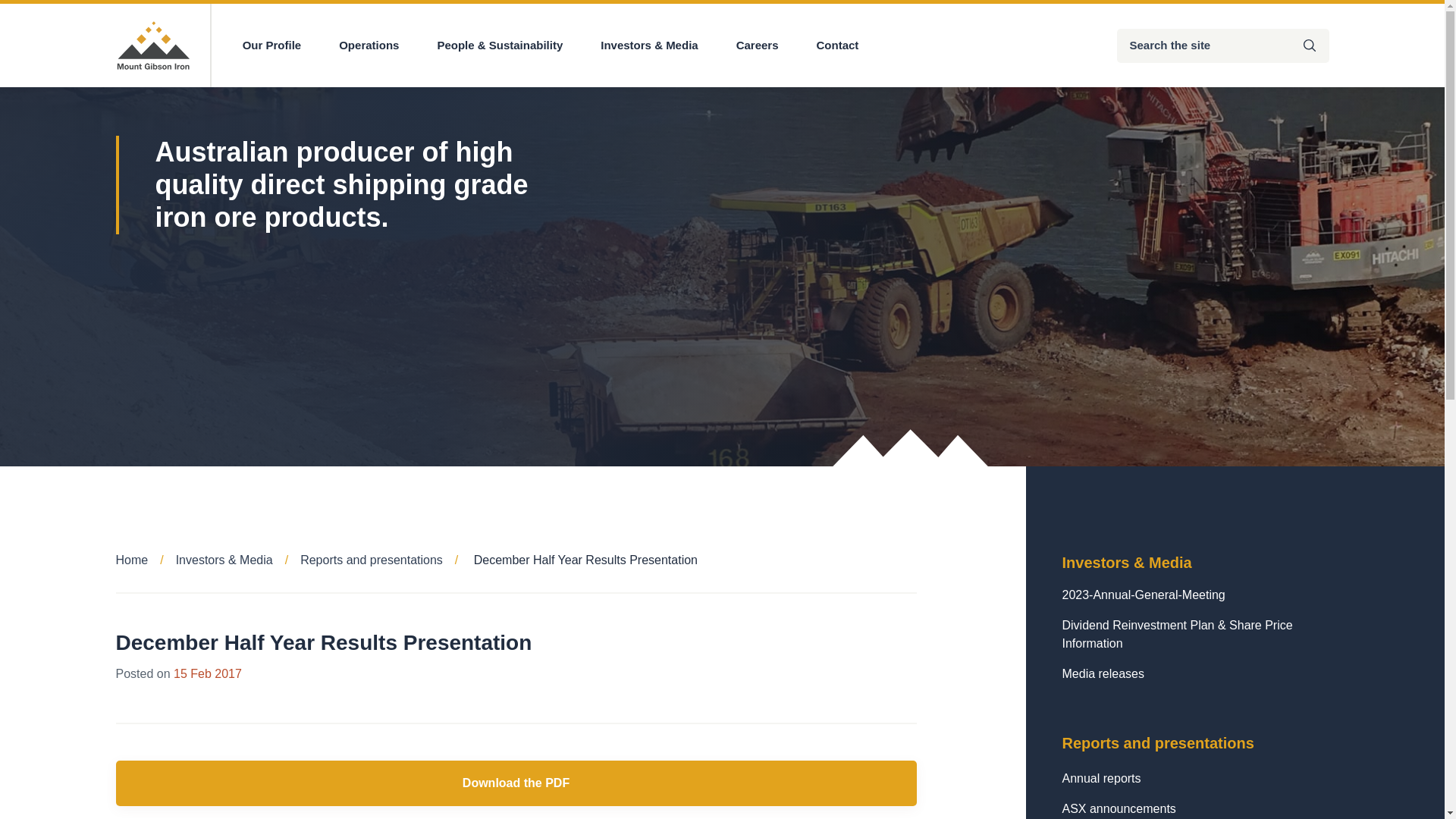 This screenshot has width=1456, height=819. Describe the element at coordinates (145, 560) in the screenshot. I see `'Home'` at that location.